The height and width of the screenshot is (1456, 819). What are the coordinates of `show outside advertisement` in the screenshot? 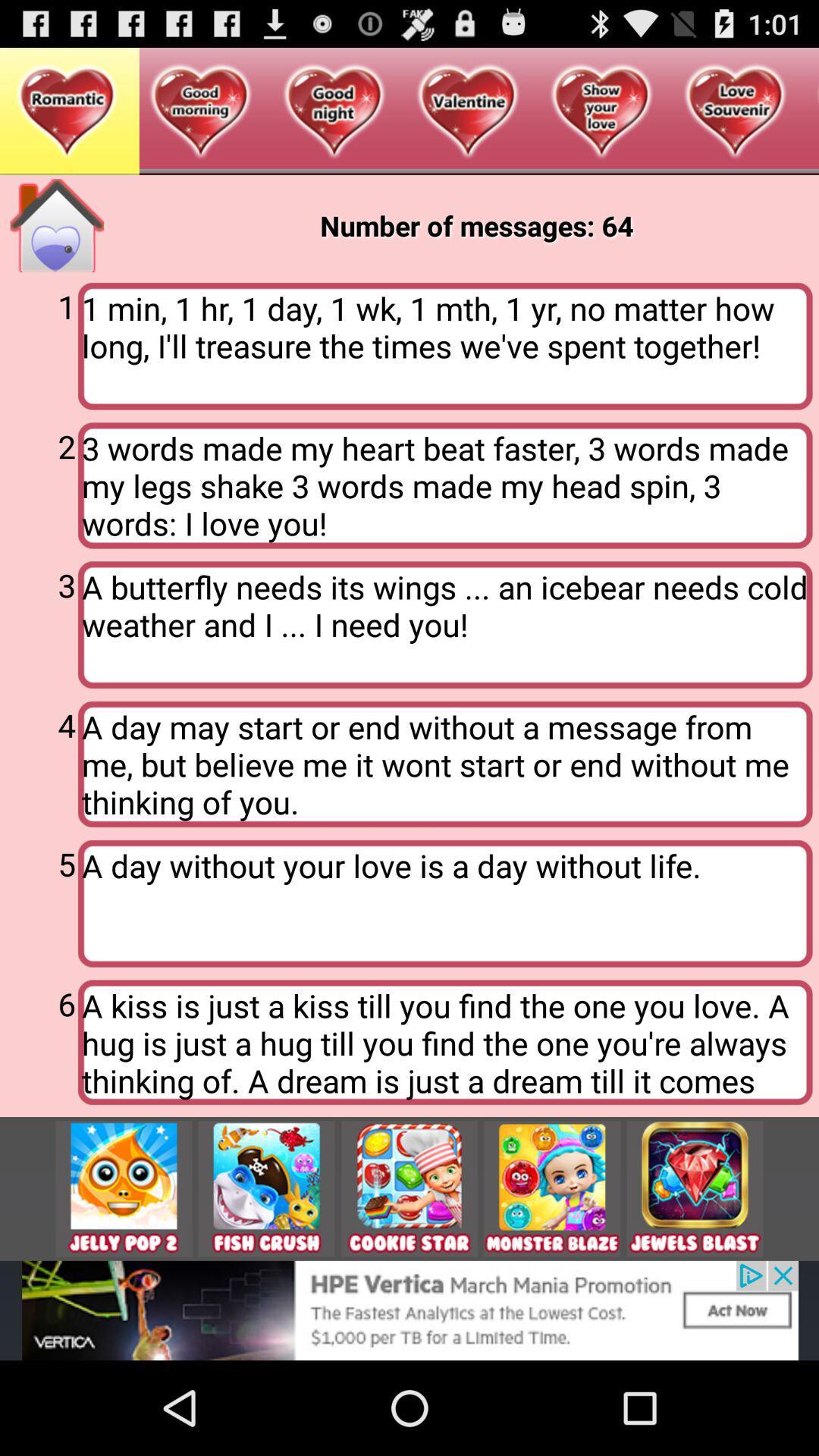 It's located at (409, 1310).